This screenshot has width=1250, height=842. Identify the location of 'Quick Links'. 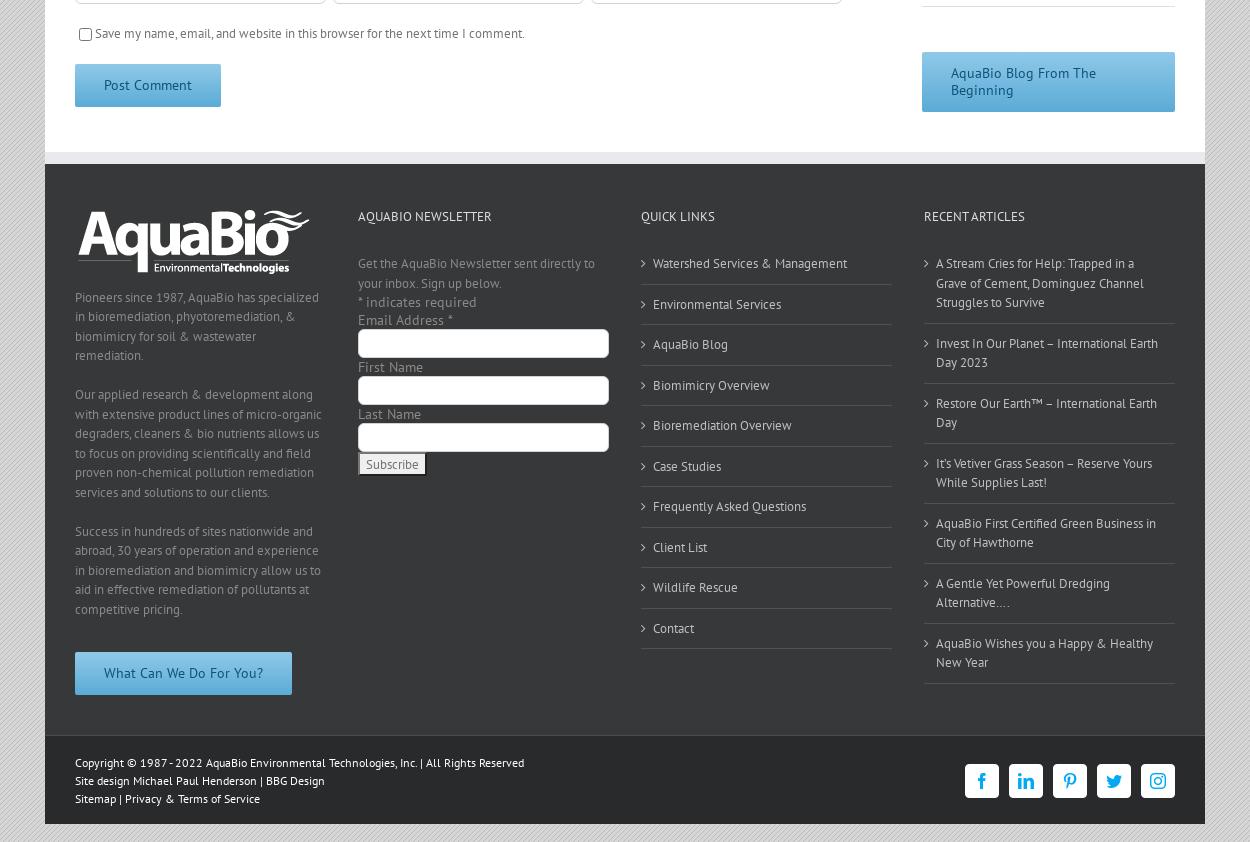
(641, 215).